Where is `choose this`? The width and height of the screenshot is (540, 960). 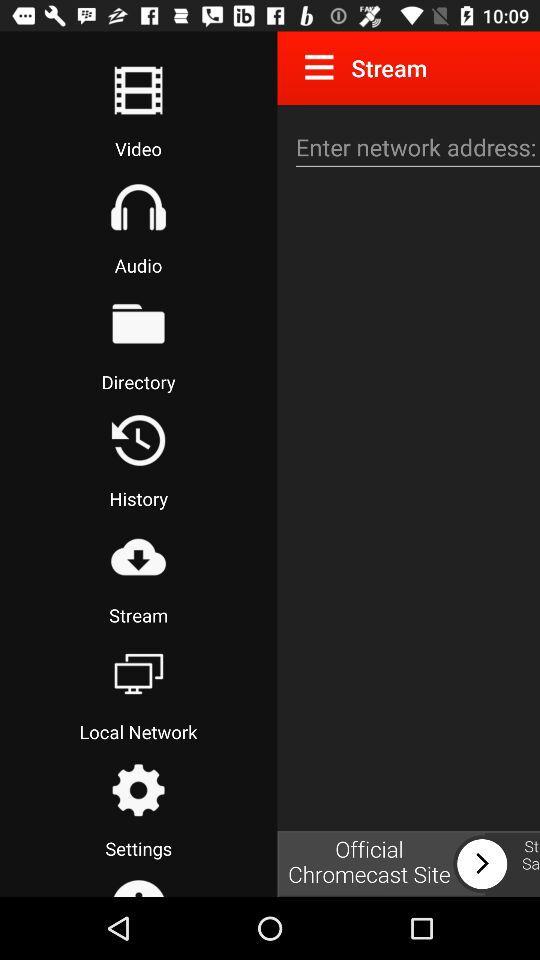
choose this is located at coordinates (137, 673).